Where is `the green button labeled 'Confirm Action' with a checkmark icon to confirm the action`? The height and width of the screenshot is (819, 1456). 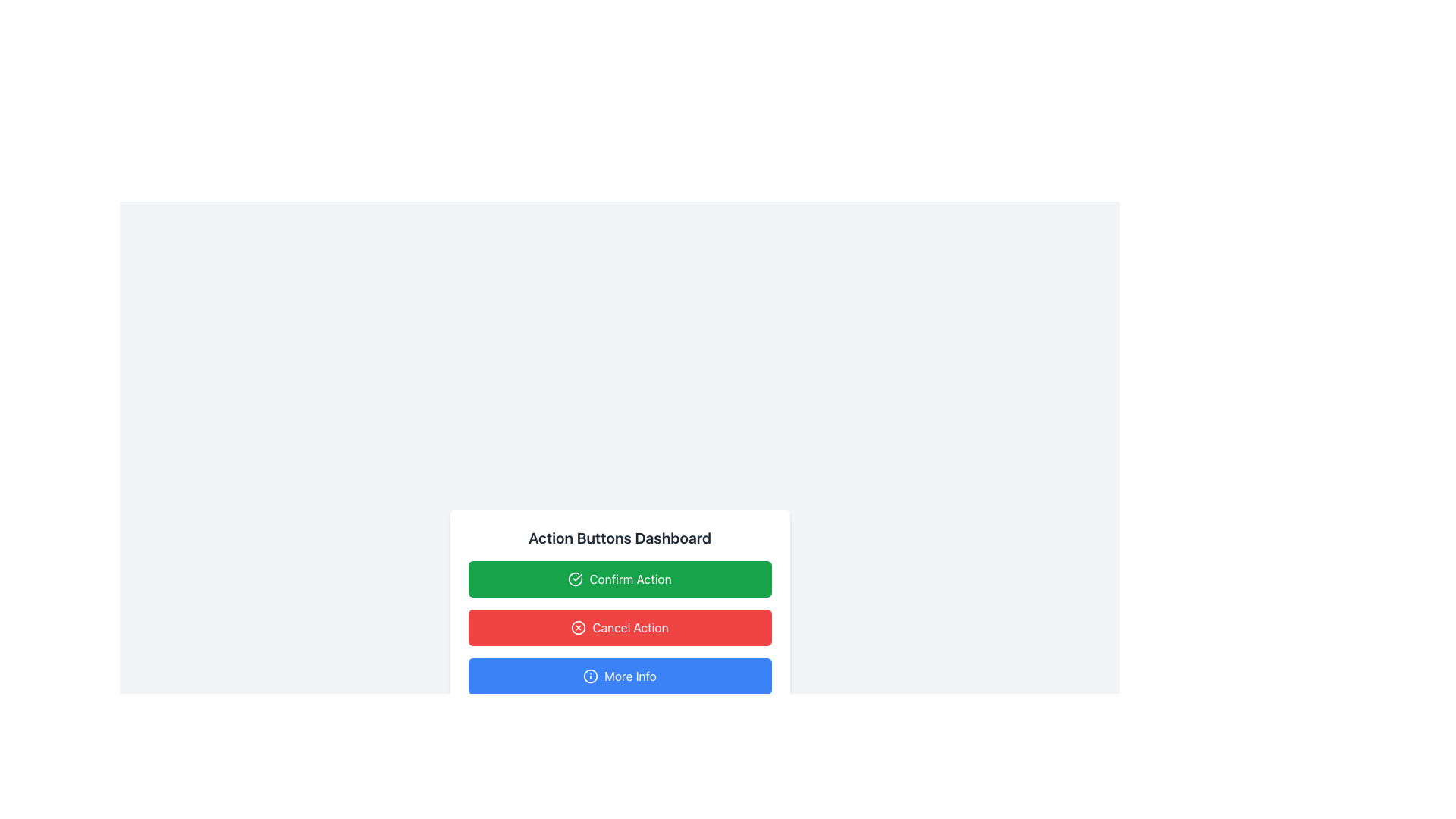 the green button labeled 'Confirm Action' with a checkmark icon to confirm the action is located at coordinates (620, 579).